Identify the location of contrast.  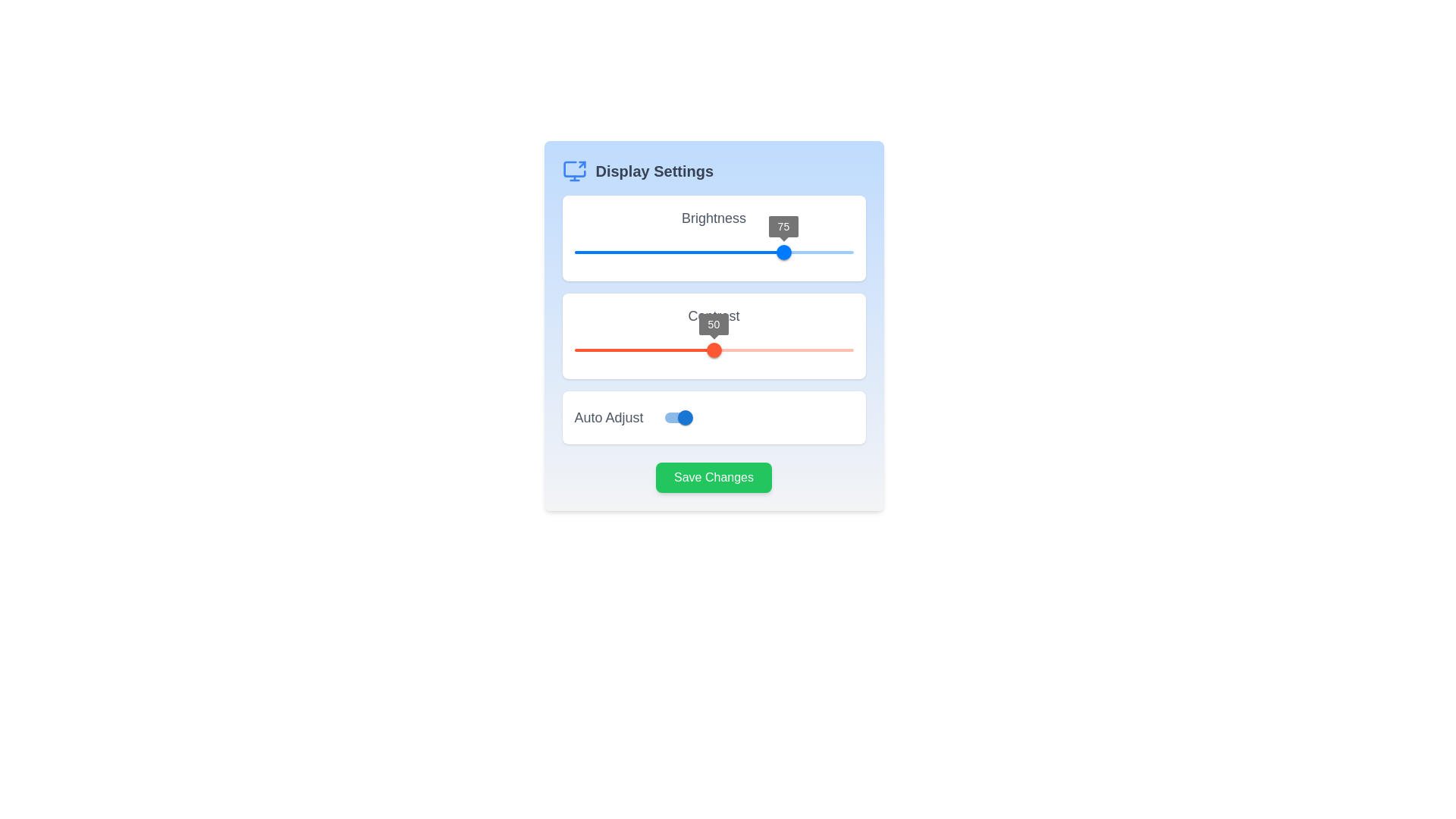
(652, 350).